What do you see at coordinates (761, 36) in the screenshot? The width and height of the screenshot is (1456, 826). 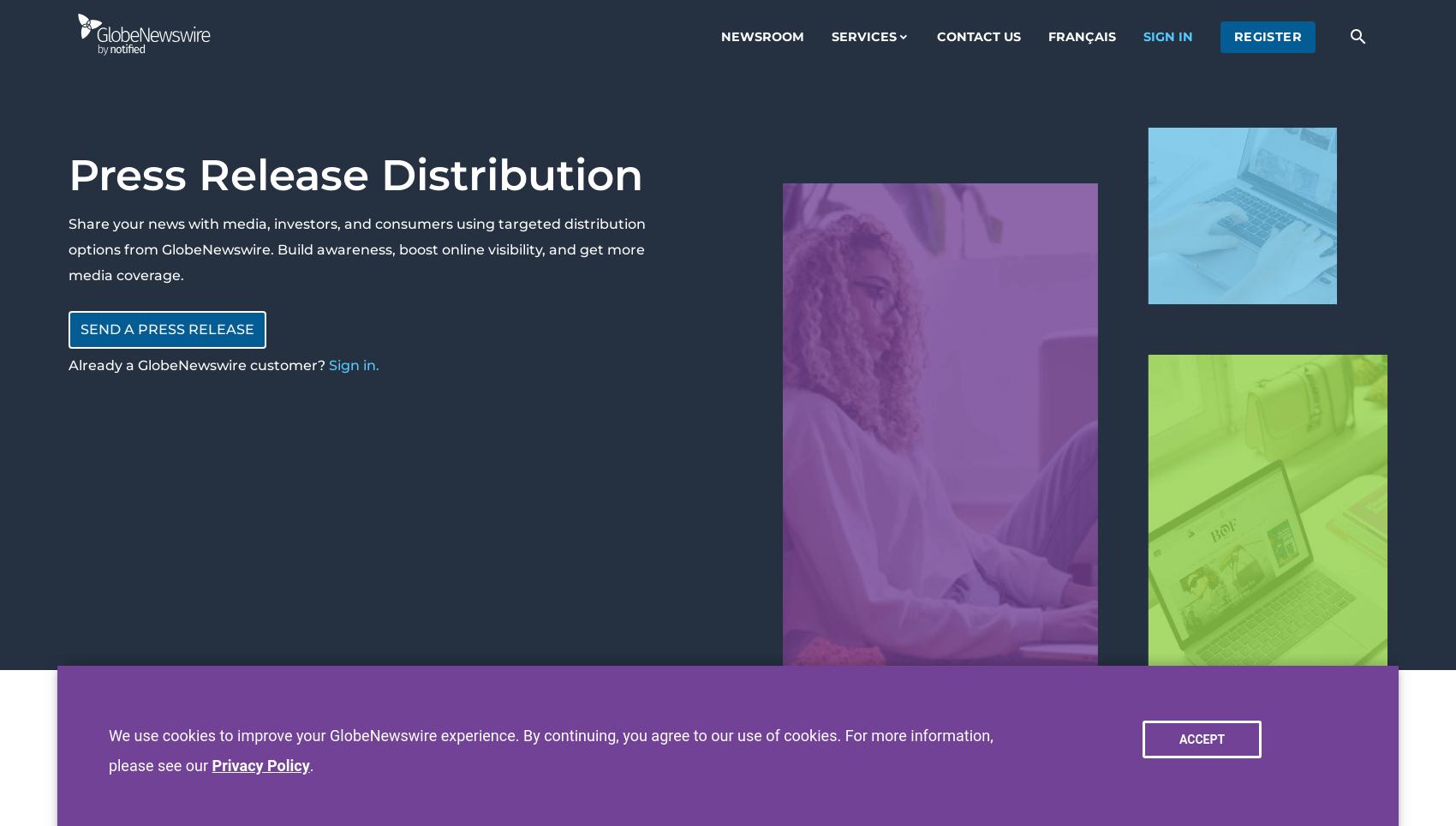 I see `'Newsroom'` at bounding box center [761, 36].